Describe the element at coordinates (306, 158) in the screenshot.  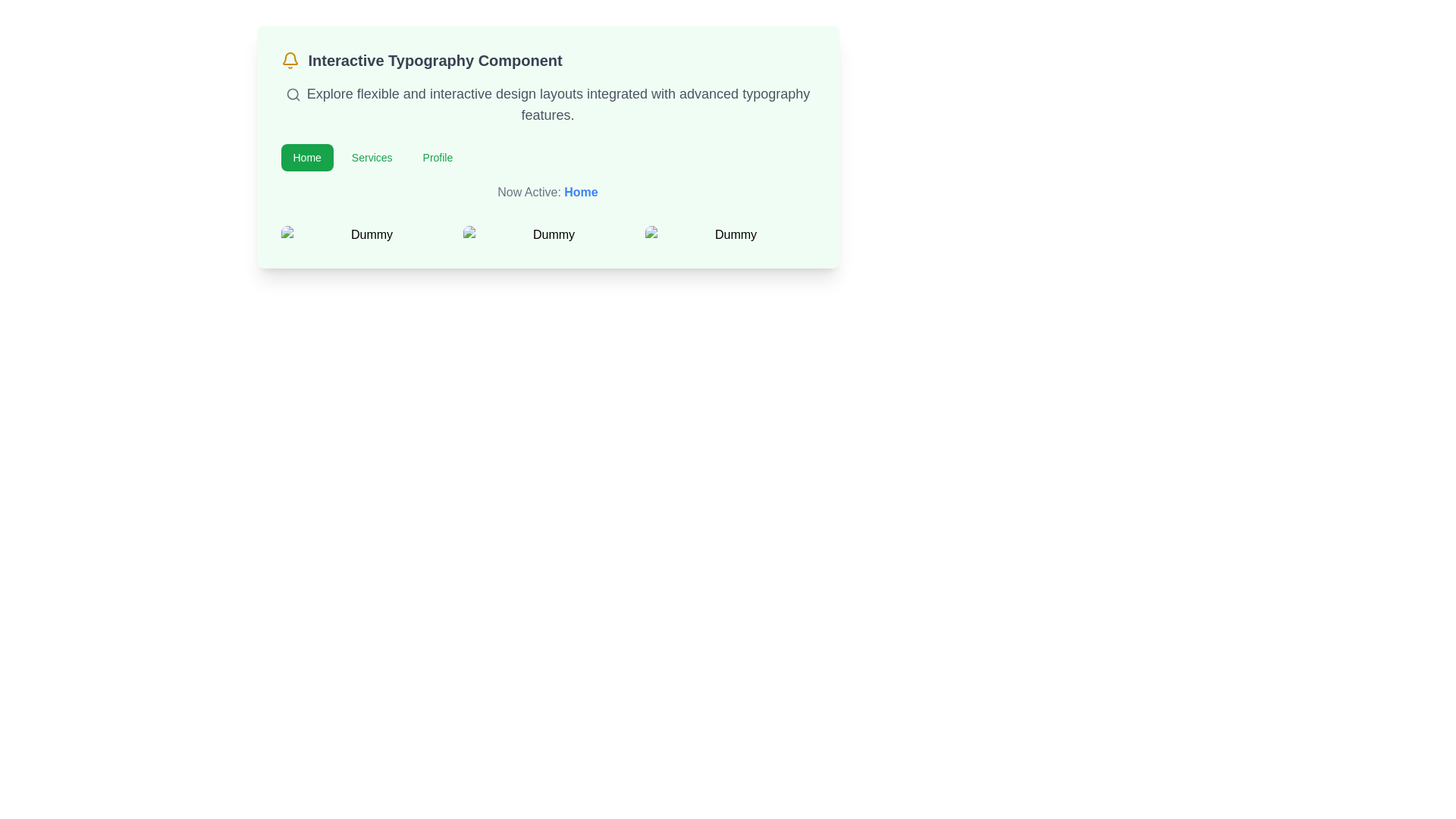
I see `the first navigation button located at the top-center section of the interface` at that location.